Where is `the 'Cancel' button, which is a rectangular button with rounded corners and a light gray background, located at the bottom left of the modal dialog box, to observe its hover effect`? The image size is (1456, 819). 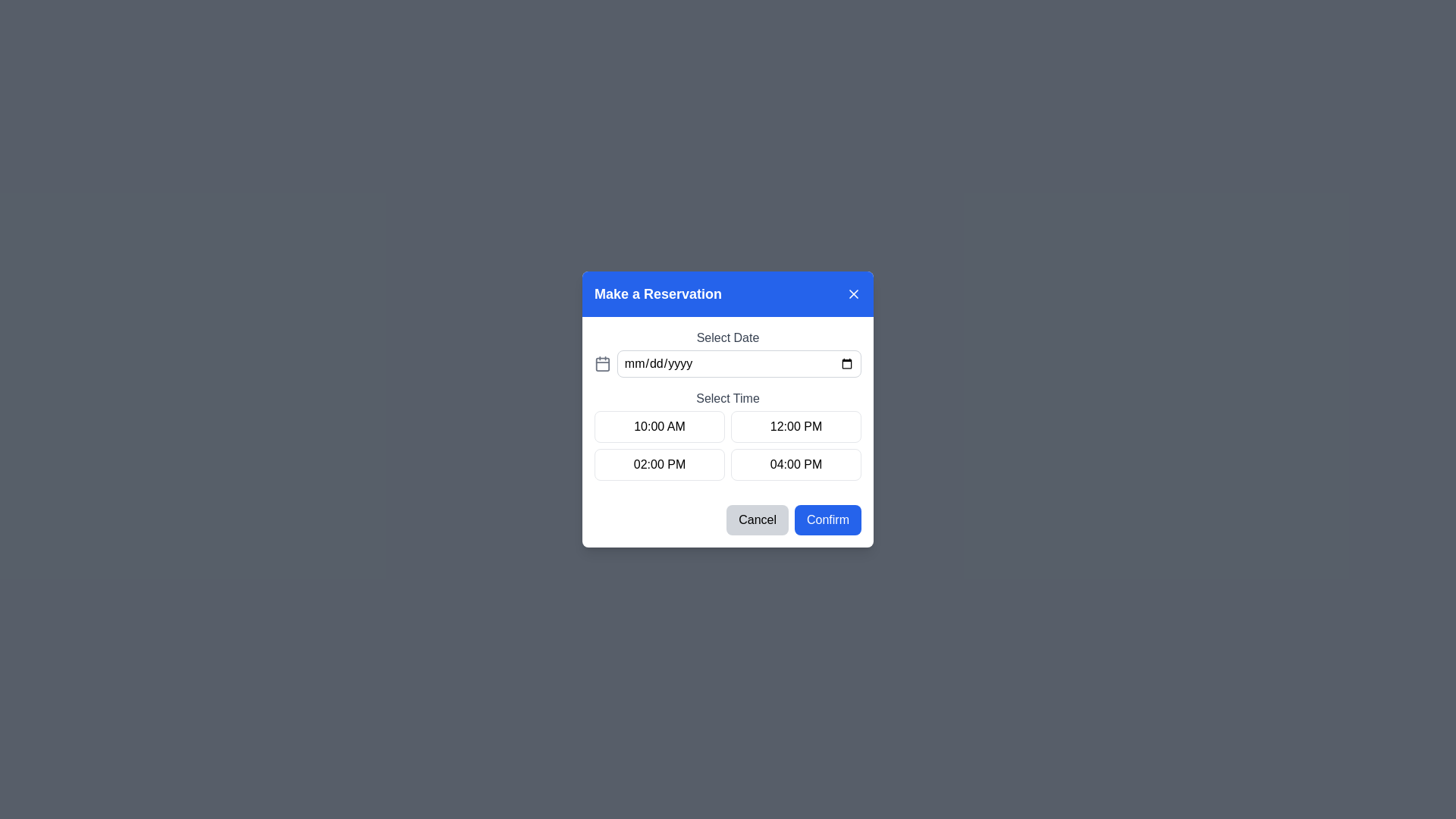 the 'Cancel' button, which is a rectangular button with rounded corners and a light gray background, located at the bottom left of the modal dialog box, to observe its hover effect is located at coordinates (758, 519).